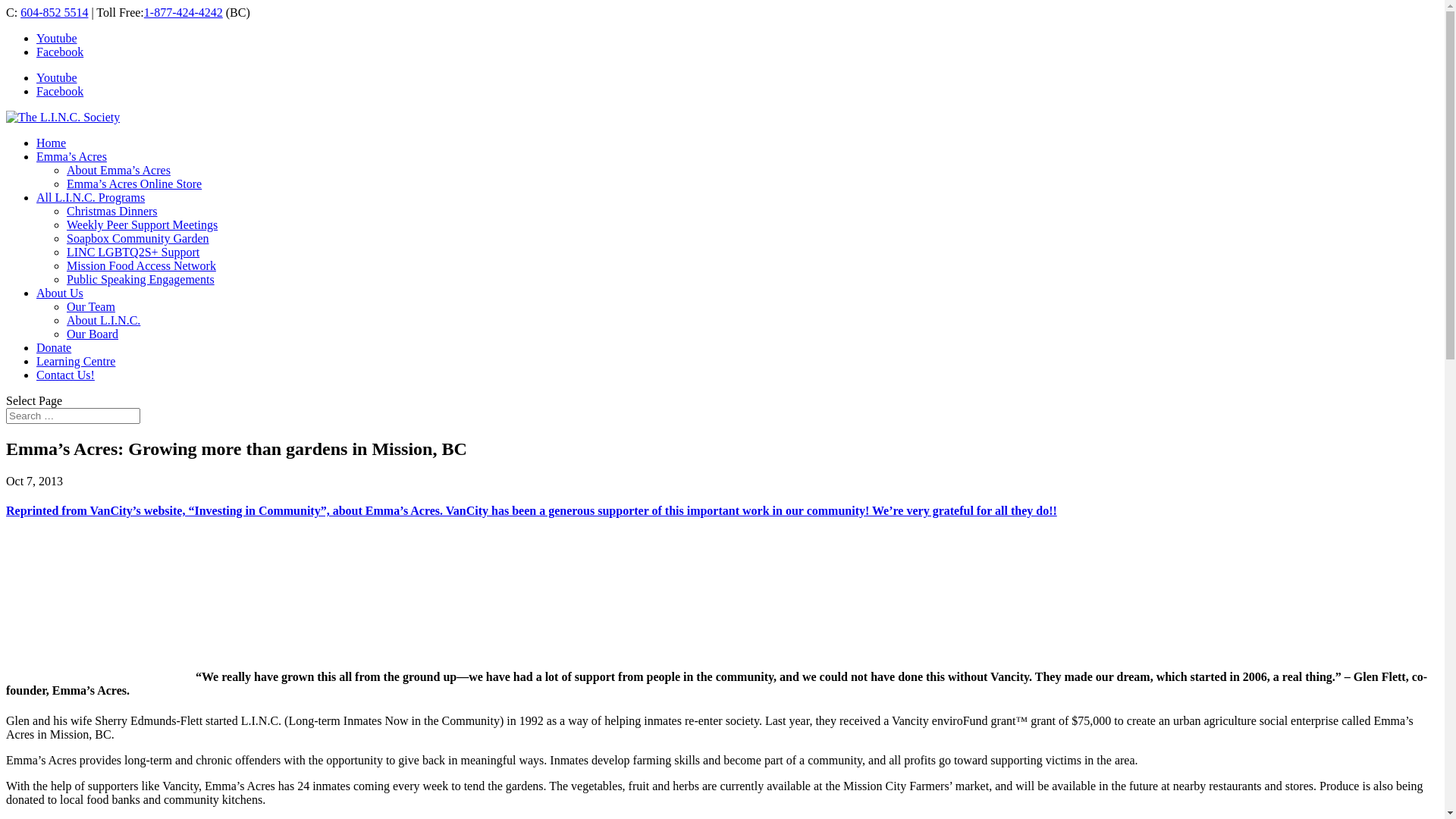 This screenshot has width=1456, height=819. What do you see at coordinates (142, 224) in the screenshot?
I see `'Weekly Peer Support Meetings'` at bounding box center [142, 224].